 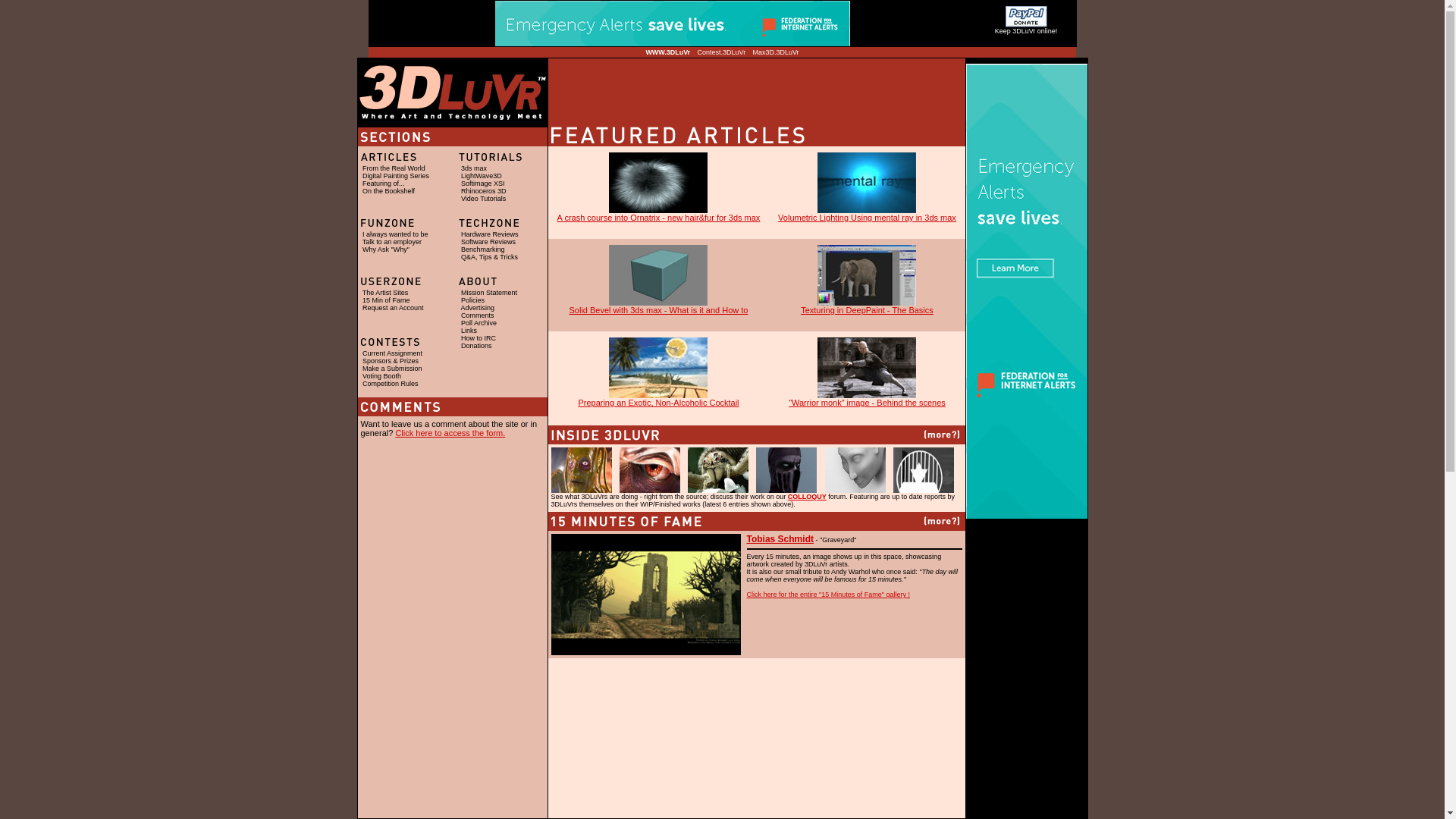 What do you see at coordinates (779, 539) in the screenshot?
I see `'Tobias Schmidt'` at bounding box center [779, 539].